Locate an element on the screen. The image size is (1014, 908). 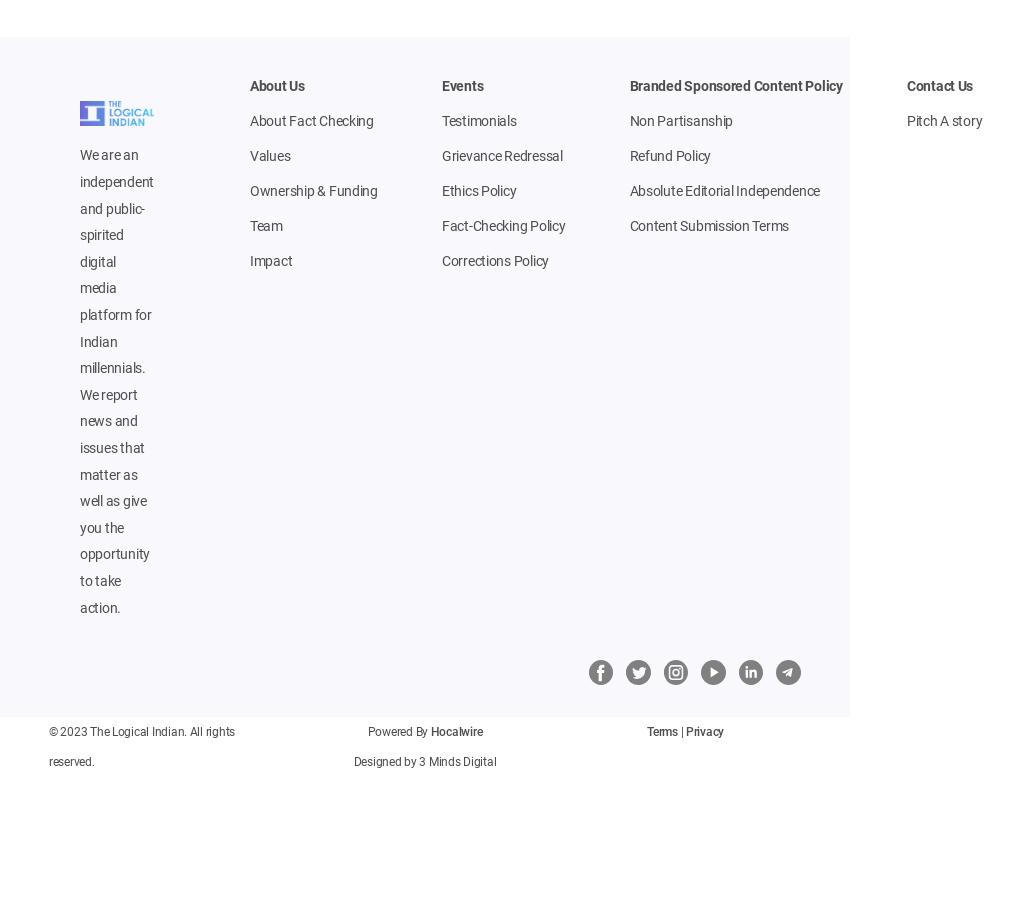
'Fact-Checking Policy' is located at coordinates (503, 226).